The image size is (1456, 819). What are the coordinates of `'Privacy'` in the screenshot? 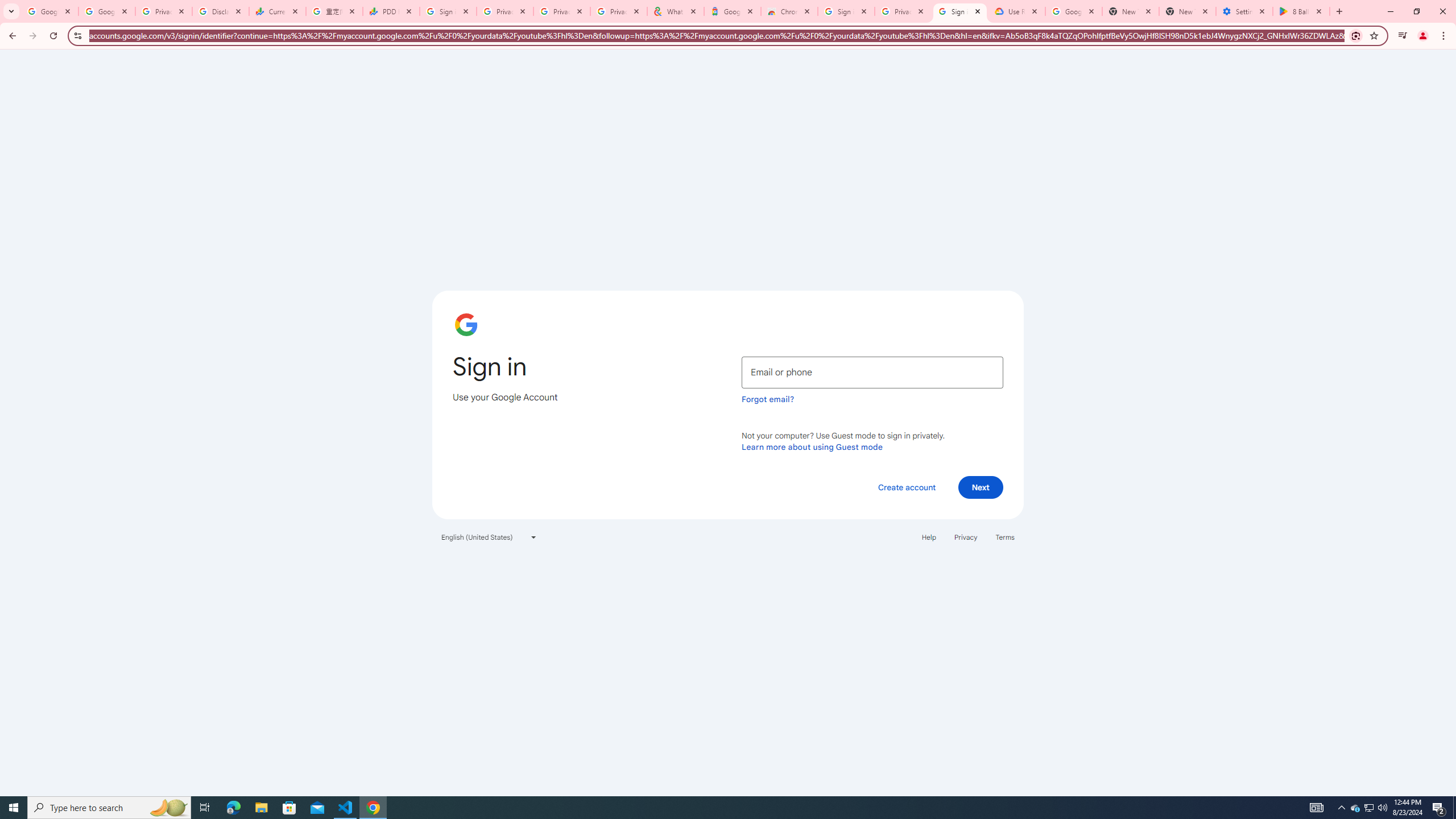 It's located at (965, 536).